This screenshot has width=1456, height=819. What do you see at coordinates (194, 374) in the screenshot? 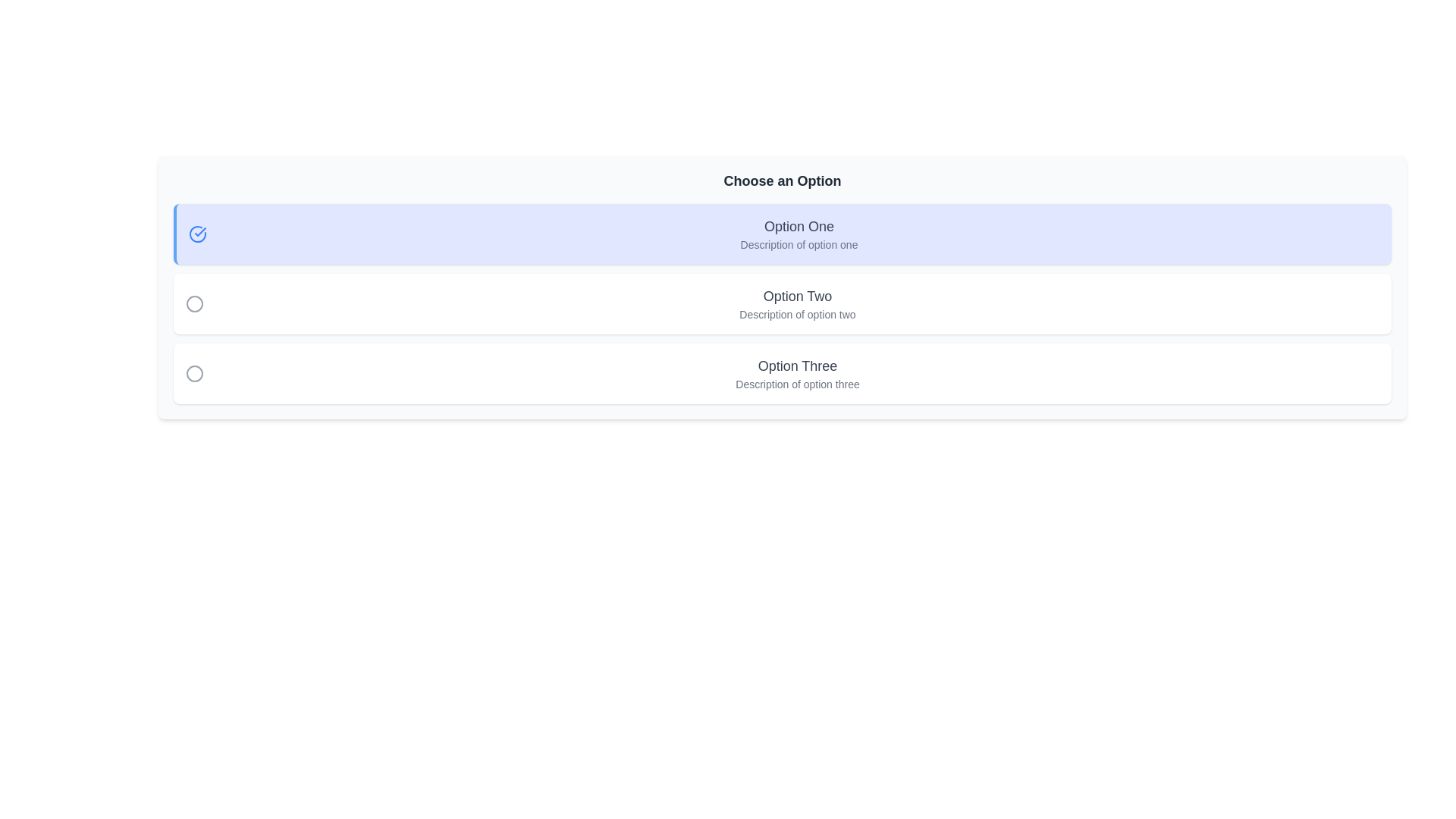
I see `the inner part of the circular icon next to the 'Option Three' selection row, which is visually represented as a stroked circle and located in the bottom section of the list` at bounding box center [194, 374].